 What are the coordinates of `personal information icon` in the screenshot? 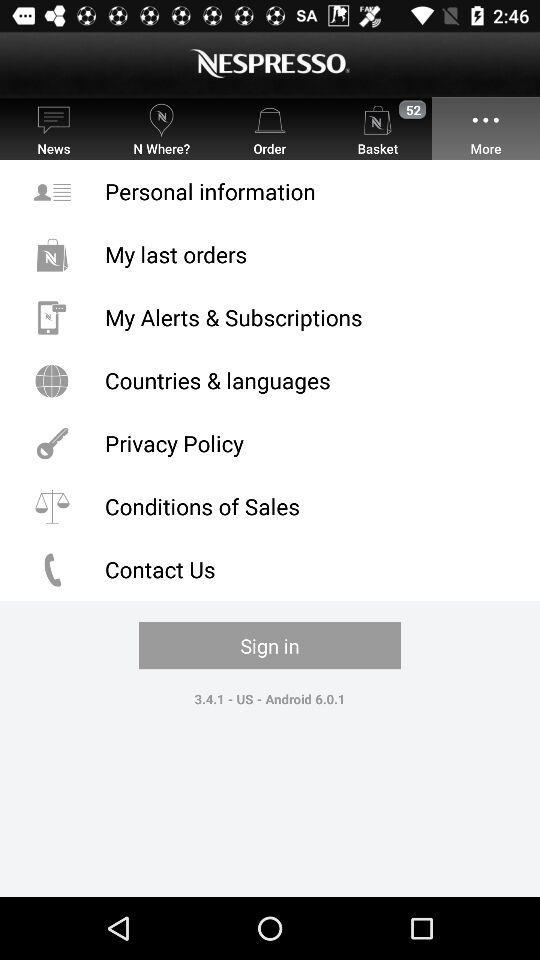 It's located at (270, 191).